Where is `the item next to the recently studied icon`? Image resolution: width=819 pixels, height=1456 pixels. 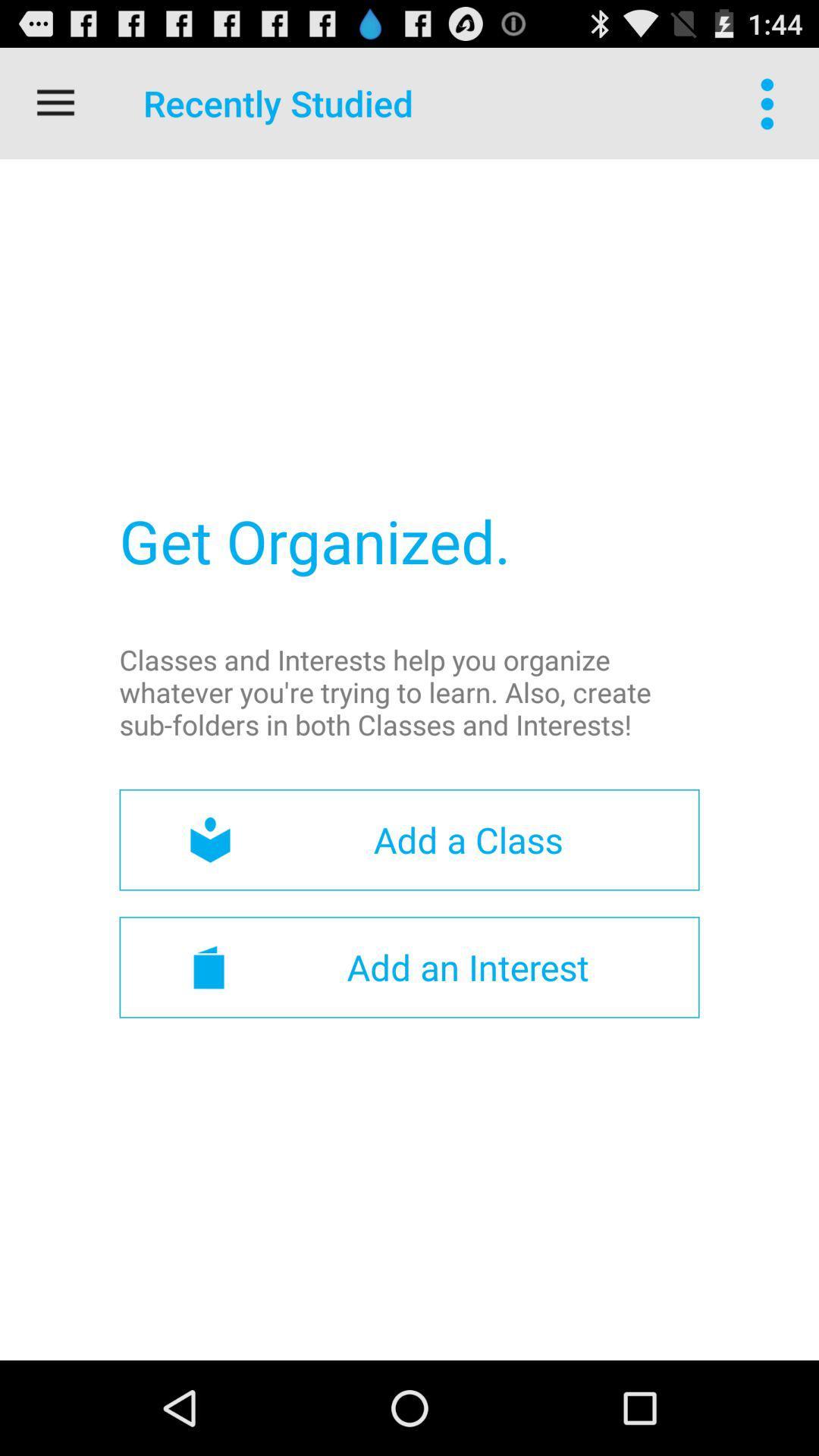
the item next to the recently studied icon is located at coordinates (55, 102).